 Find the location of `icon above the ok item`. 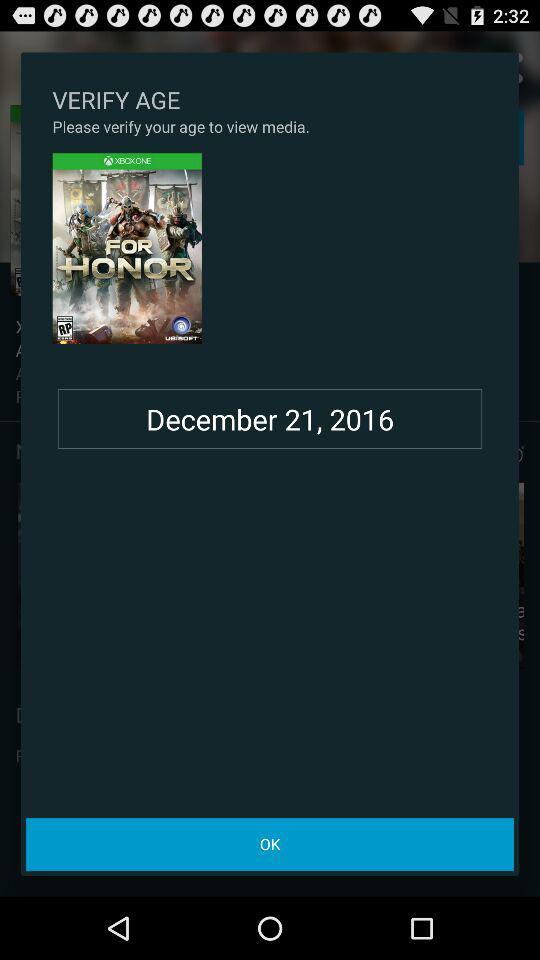

icon above the ok item is located at coordinates (270, 418).